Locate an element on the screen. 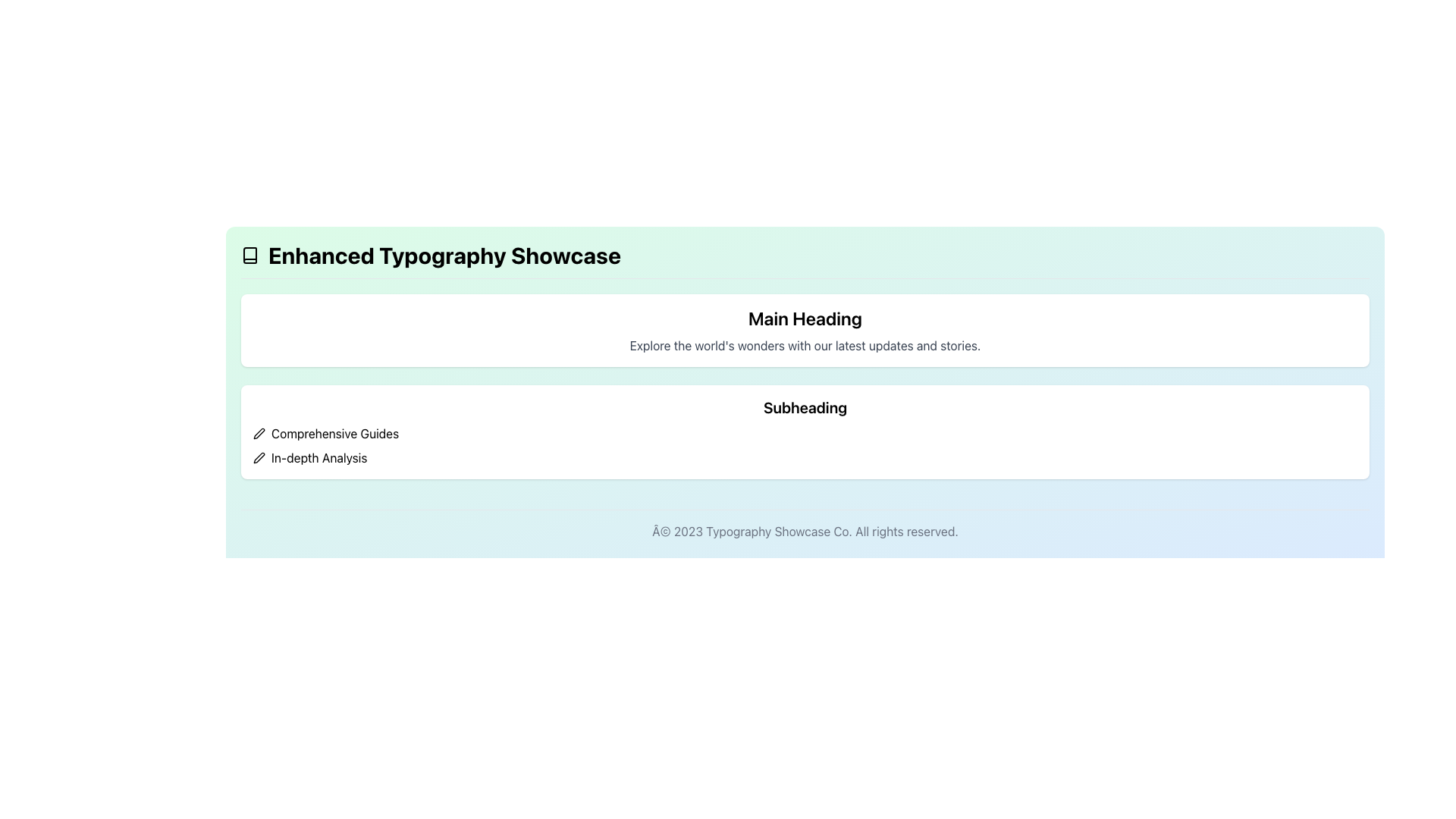 The image size is (1456, 819). the book icon SVG graphic located in the top left corner of the page, next to the heading 'Enhanced Typography Showcase' is located at coordinates (250, 254).